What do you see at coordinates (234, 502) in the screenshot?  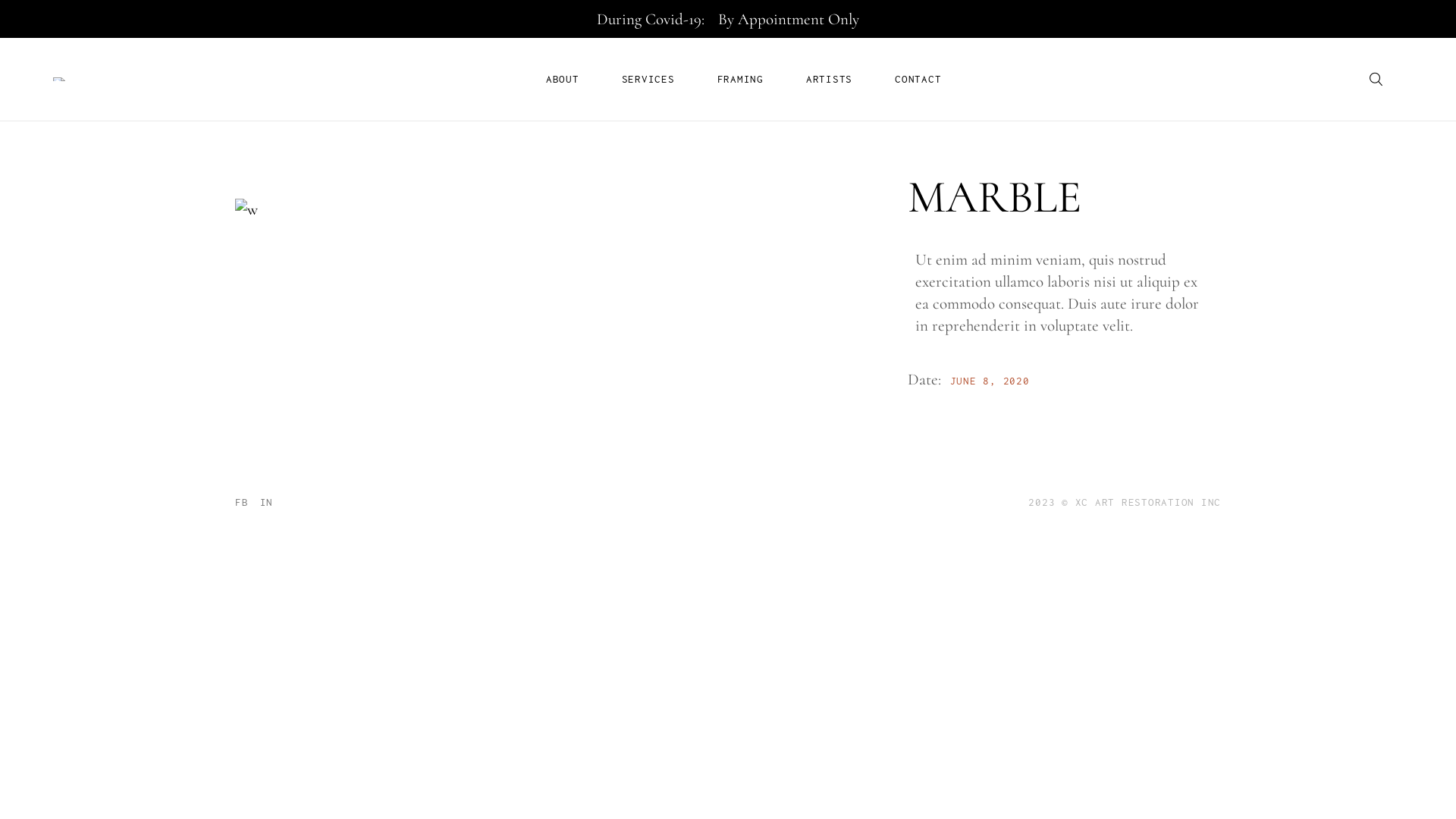 I see `'FB'` at bounding box center [234, 502].